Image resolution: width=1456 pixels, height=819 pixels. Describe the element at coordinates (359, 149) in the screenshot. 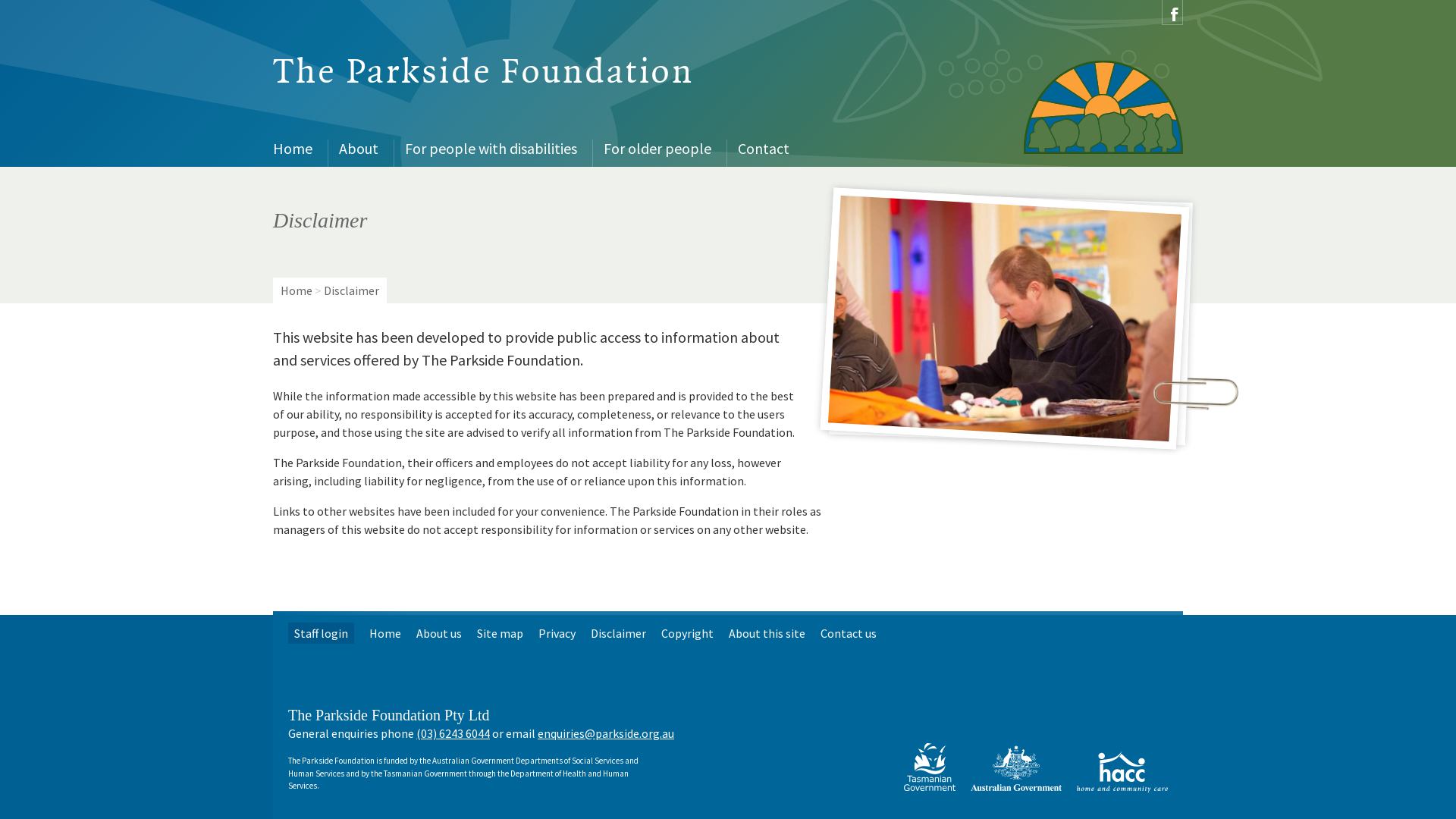

I see `'About'` at that location.